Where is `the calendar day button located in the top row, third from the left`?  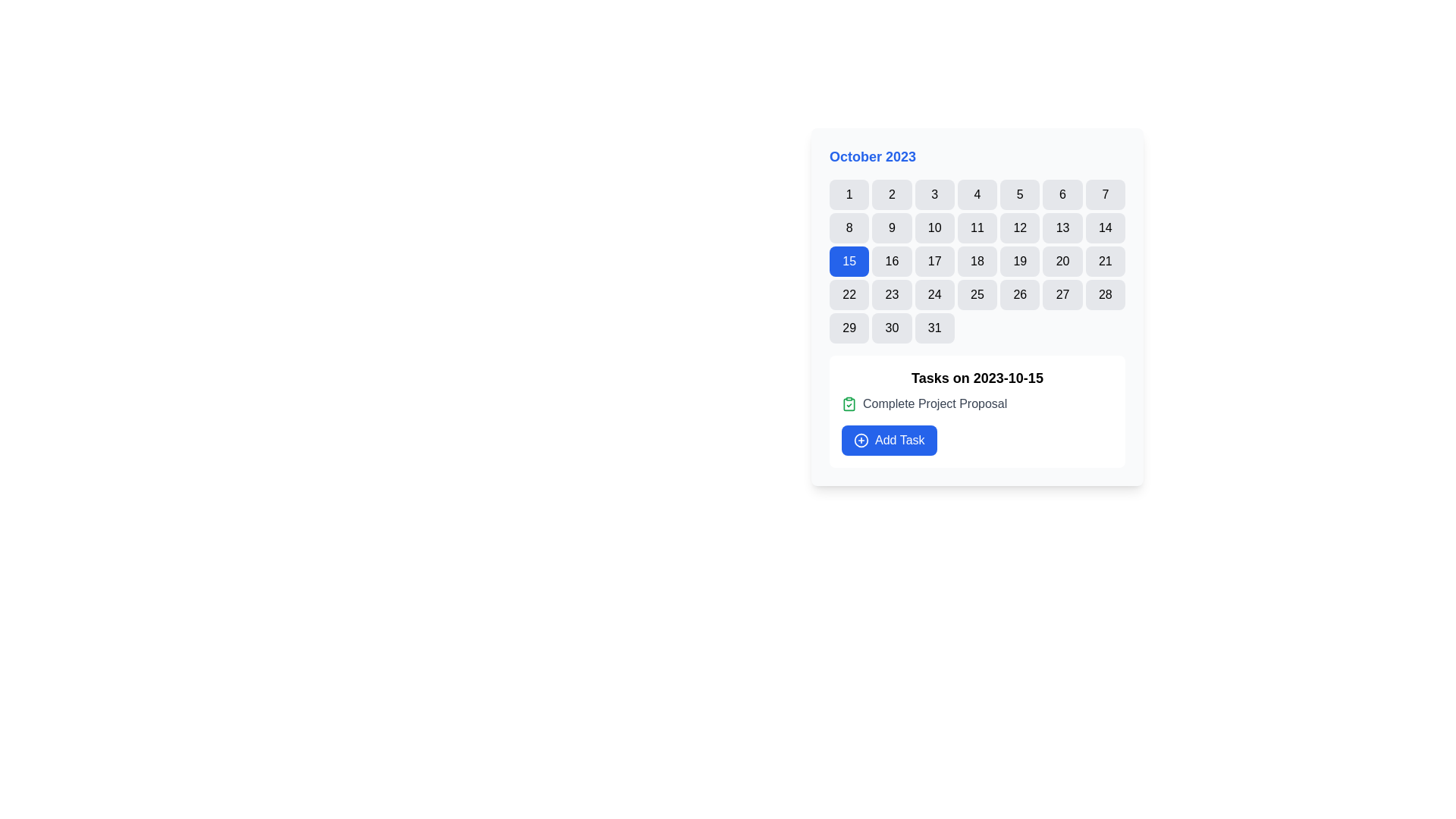
the calendar day button located in the top row, third from the left is located at coordinates (934, 194).